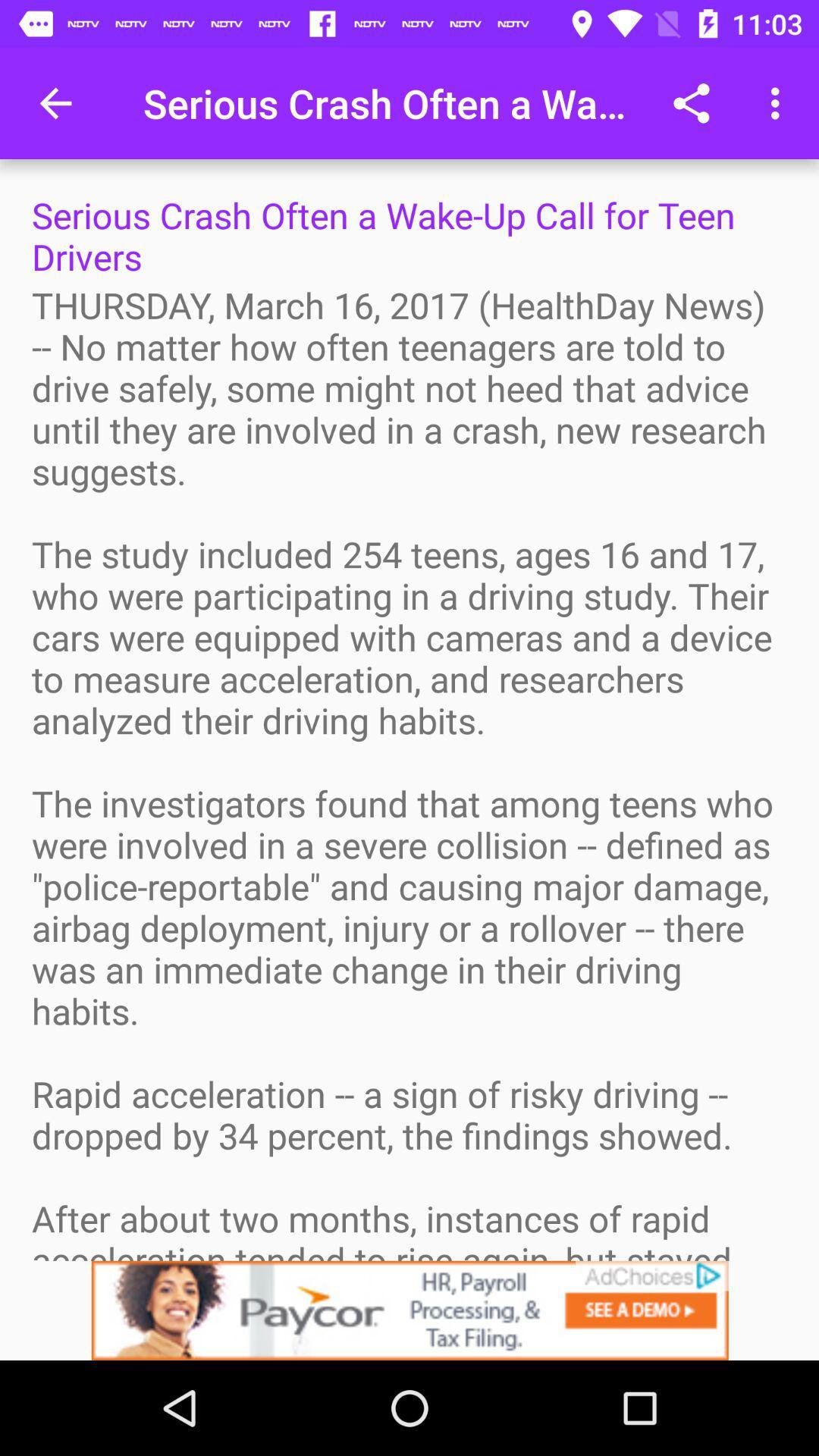 This screenshot has height=1456, width=819. Describe the element at coordinates (409, 1310) in the screenshot. I see `view advertisements` at that location.